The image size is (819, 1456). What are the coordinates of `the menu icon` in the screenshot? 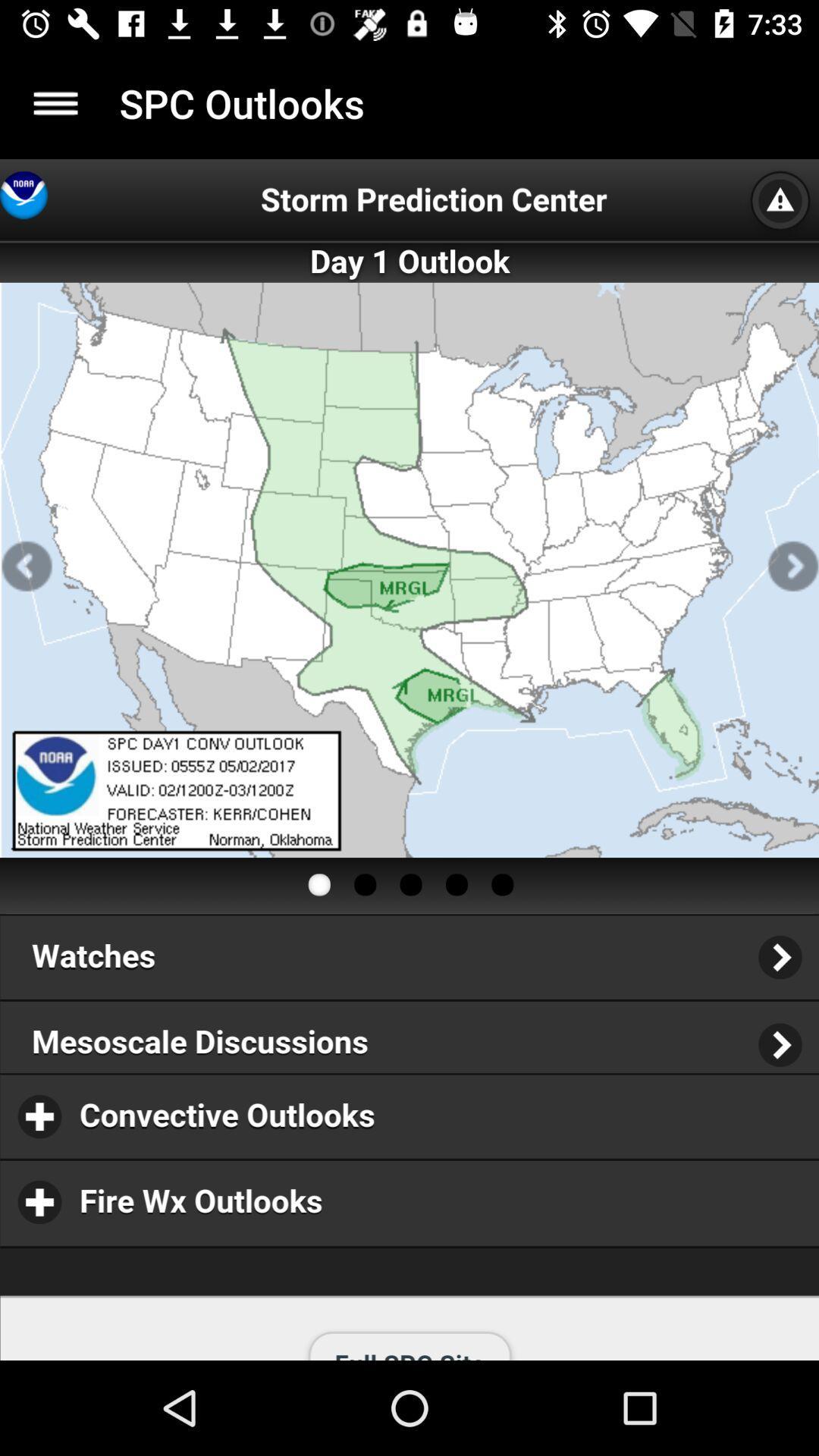 It's located at (55, 102).